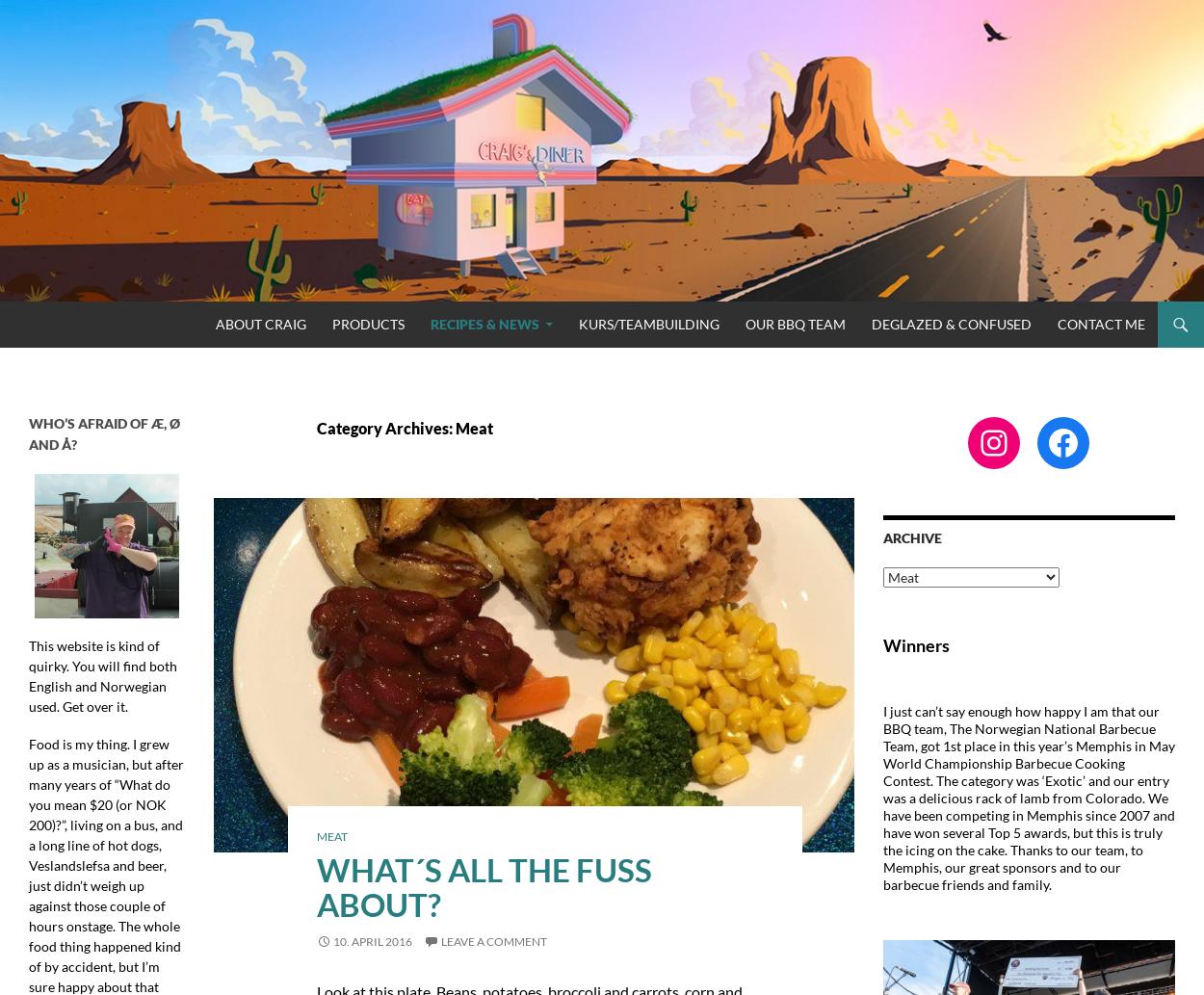 This screenshot has width=1204, height=995. What do you see at coordinates (649, 322) in the screenshot?
I see `'Kurs/Teambuilding'` at bounding box center [649, 322].